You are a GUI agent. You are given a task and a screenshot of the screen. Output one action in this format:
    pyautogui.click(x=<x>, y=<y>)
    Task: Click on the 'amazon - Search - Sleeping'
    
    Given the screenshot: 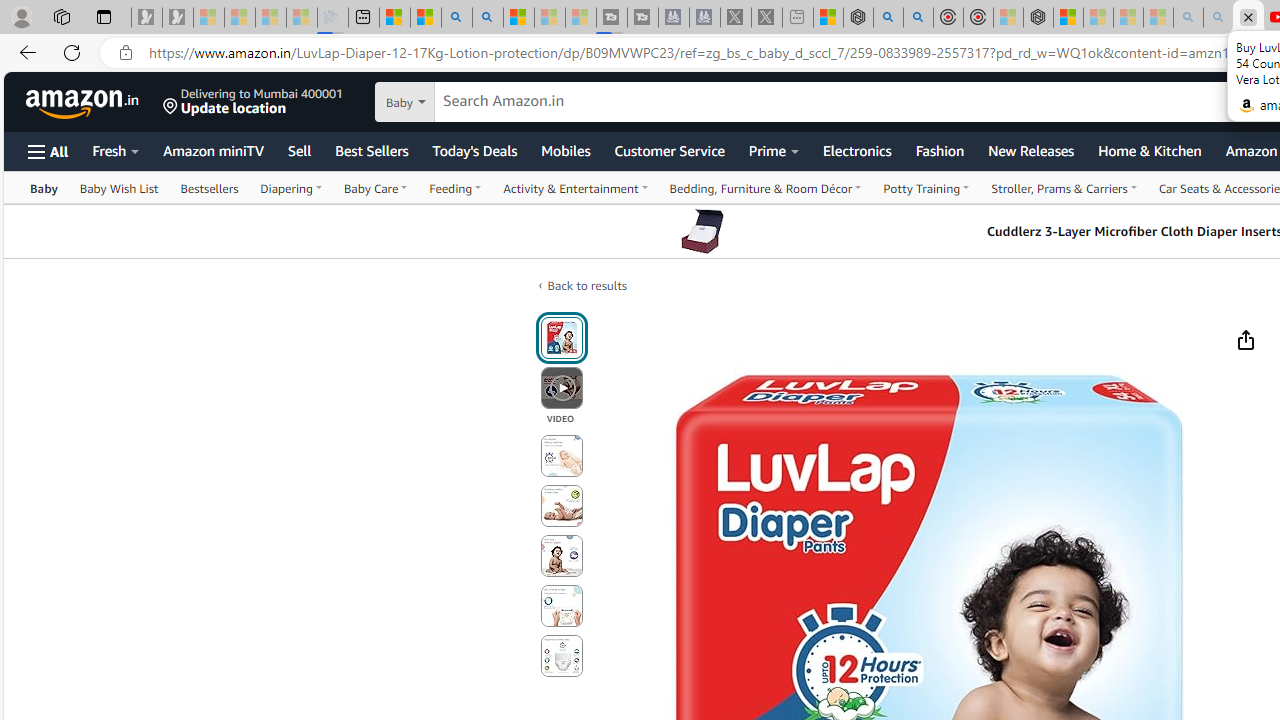 What is the action you would take?
    pyautogui.click(x=1188, y=17)
    